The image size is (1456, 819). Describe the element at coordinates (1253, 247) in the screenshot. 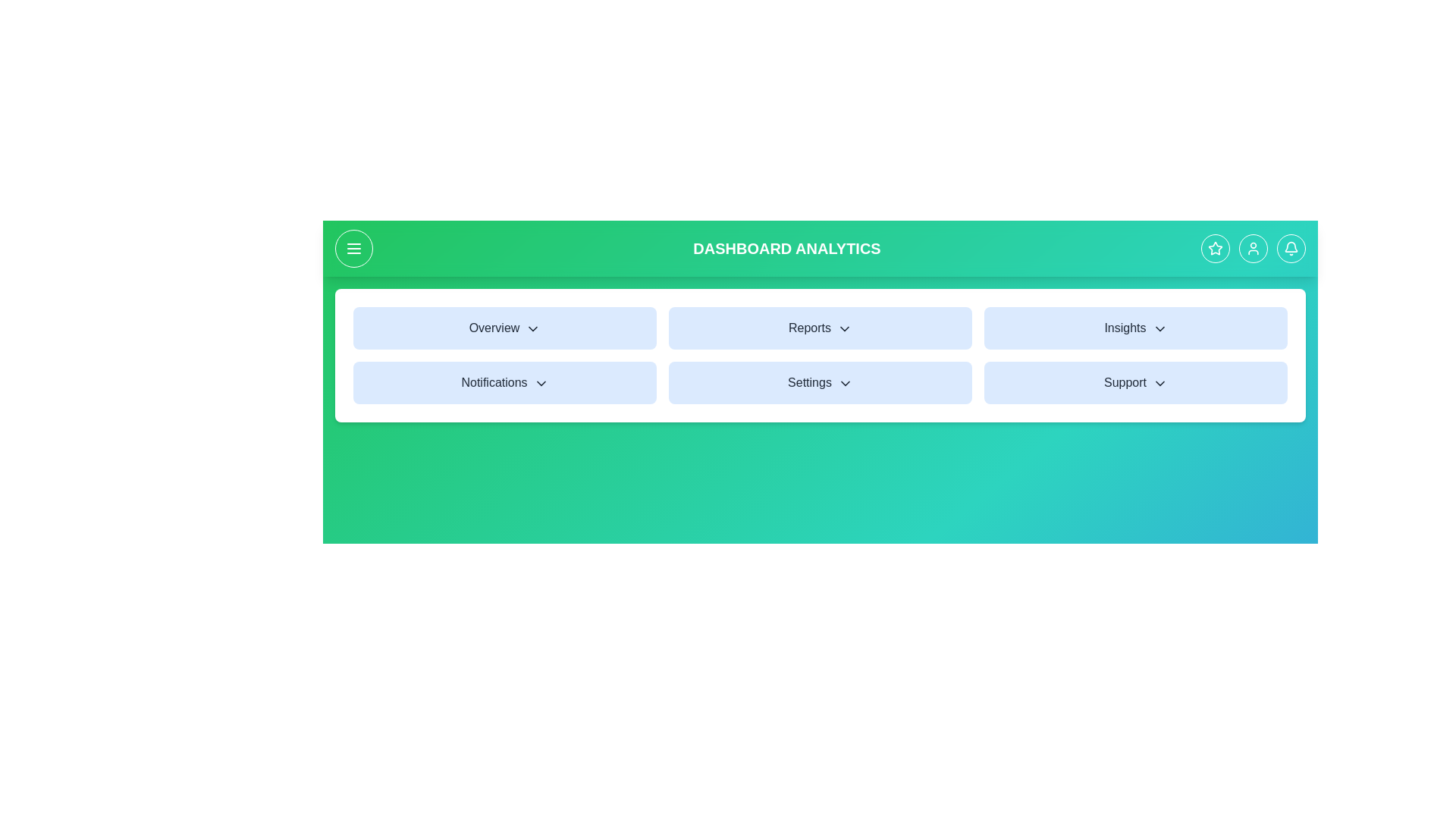

I see `the User icon in the top right corner` at that location.